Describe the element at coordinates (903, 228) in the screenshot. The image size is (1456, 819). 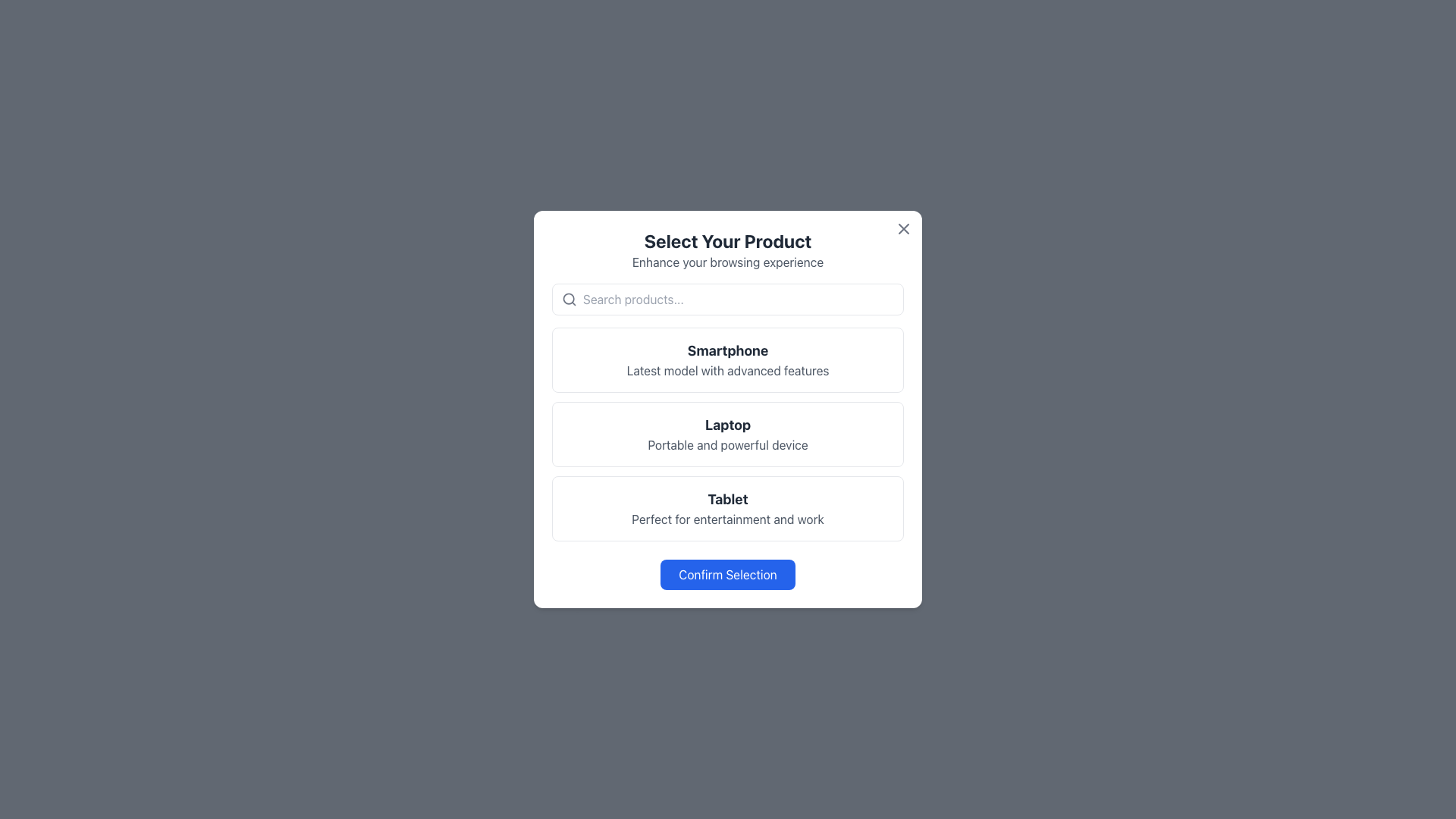
I see `the close button located at the top-right corner of the 'Select Your Product' dialog box` at that location.